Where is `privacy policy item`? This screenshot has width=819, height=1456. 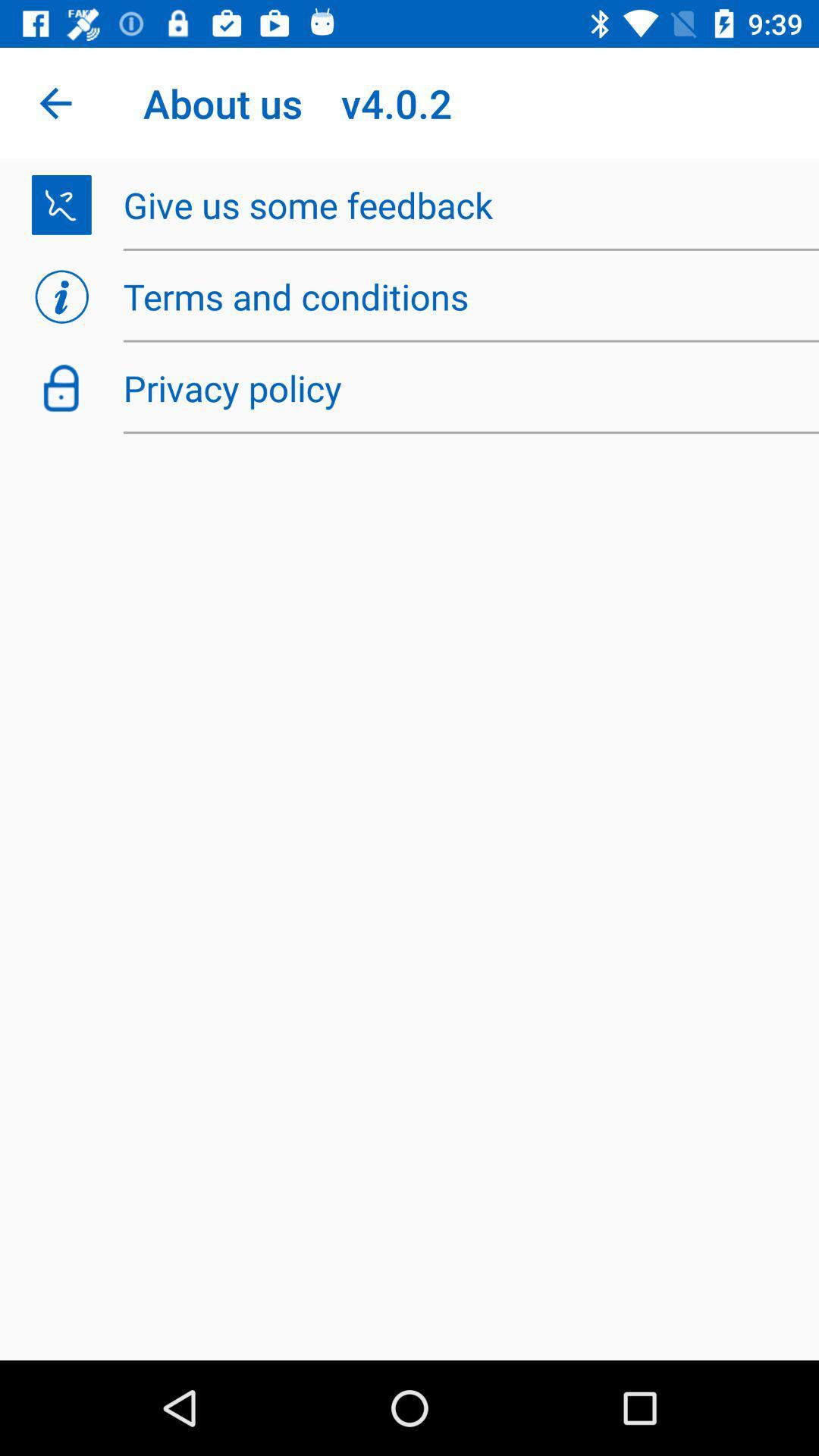
privacy policy item is located at coordinates (462, 388).